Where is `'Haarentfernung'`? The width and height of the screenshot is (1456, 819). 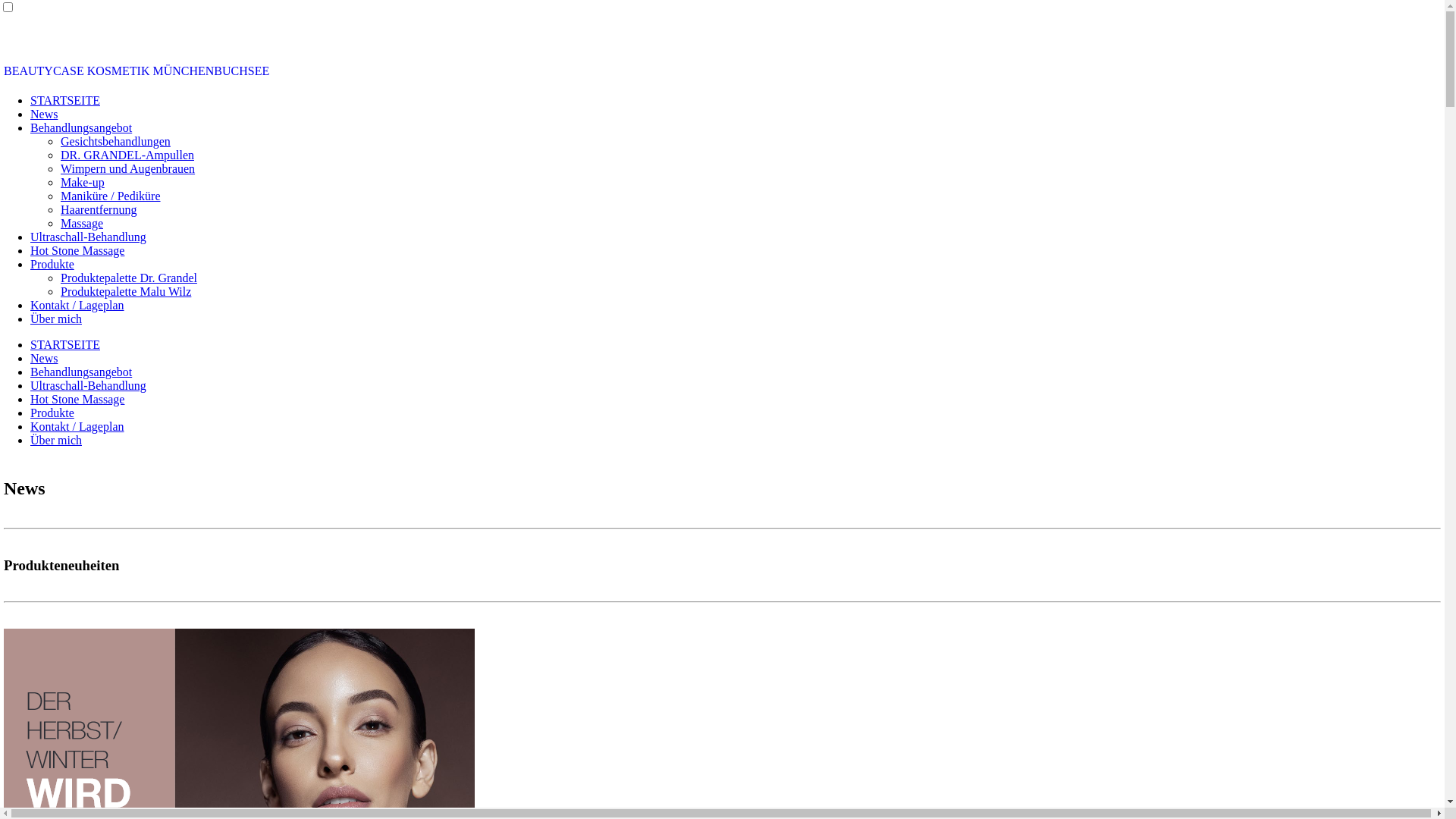
'Haarentfernung' is located at coordinates (97, 209).